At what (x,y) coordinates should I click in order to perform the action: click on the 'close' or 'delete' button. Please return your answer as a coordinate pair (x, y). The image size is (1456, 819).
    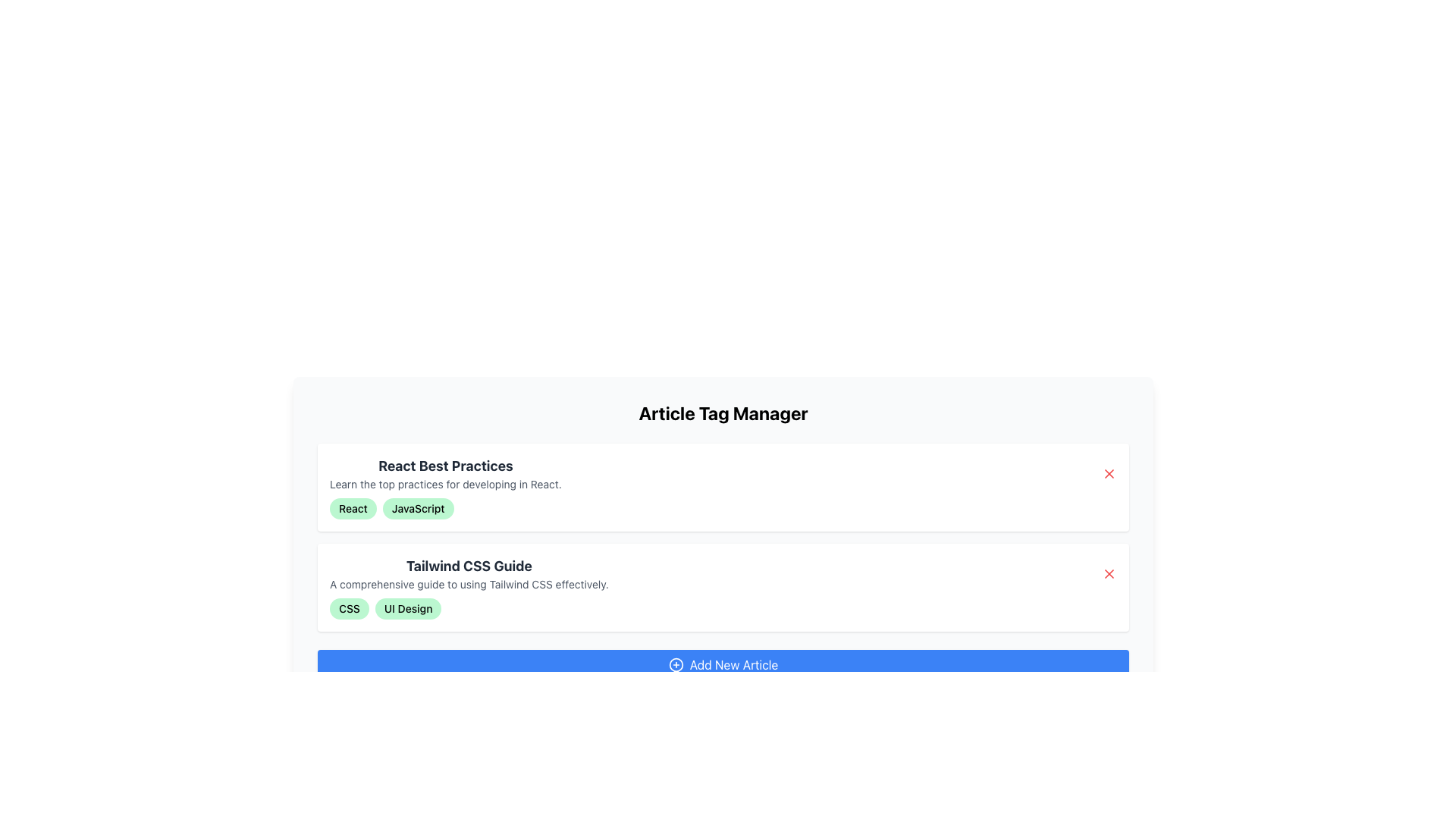
    Looking at the image, I should click on (1109, 573).